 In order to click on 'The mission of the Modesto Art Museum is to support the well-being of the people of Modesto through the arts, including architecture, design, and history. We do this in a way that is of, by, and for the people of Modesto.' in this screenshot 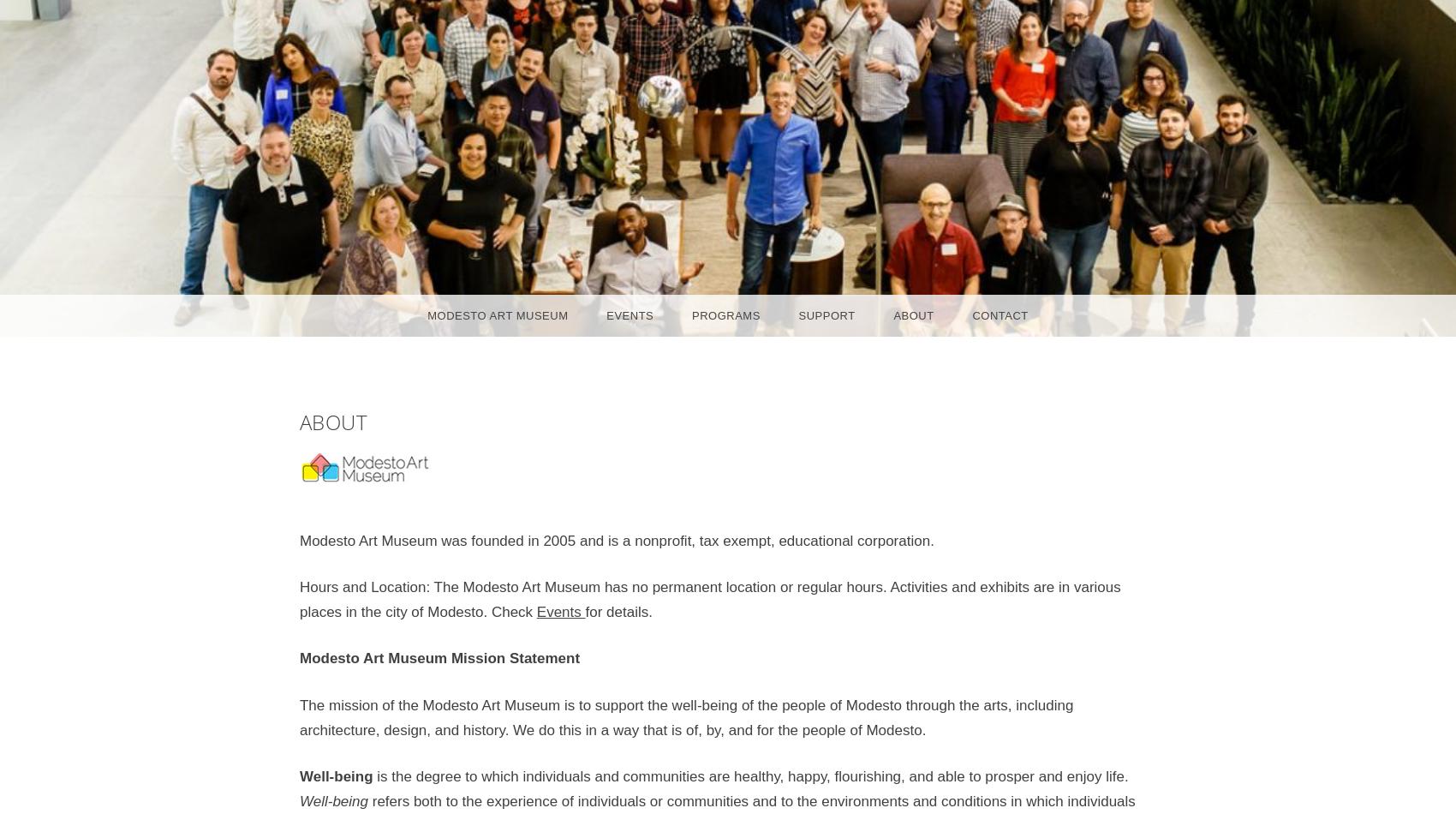, I will do `click(298, 715)`.